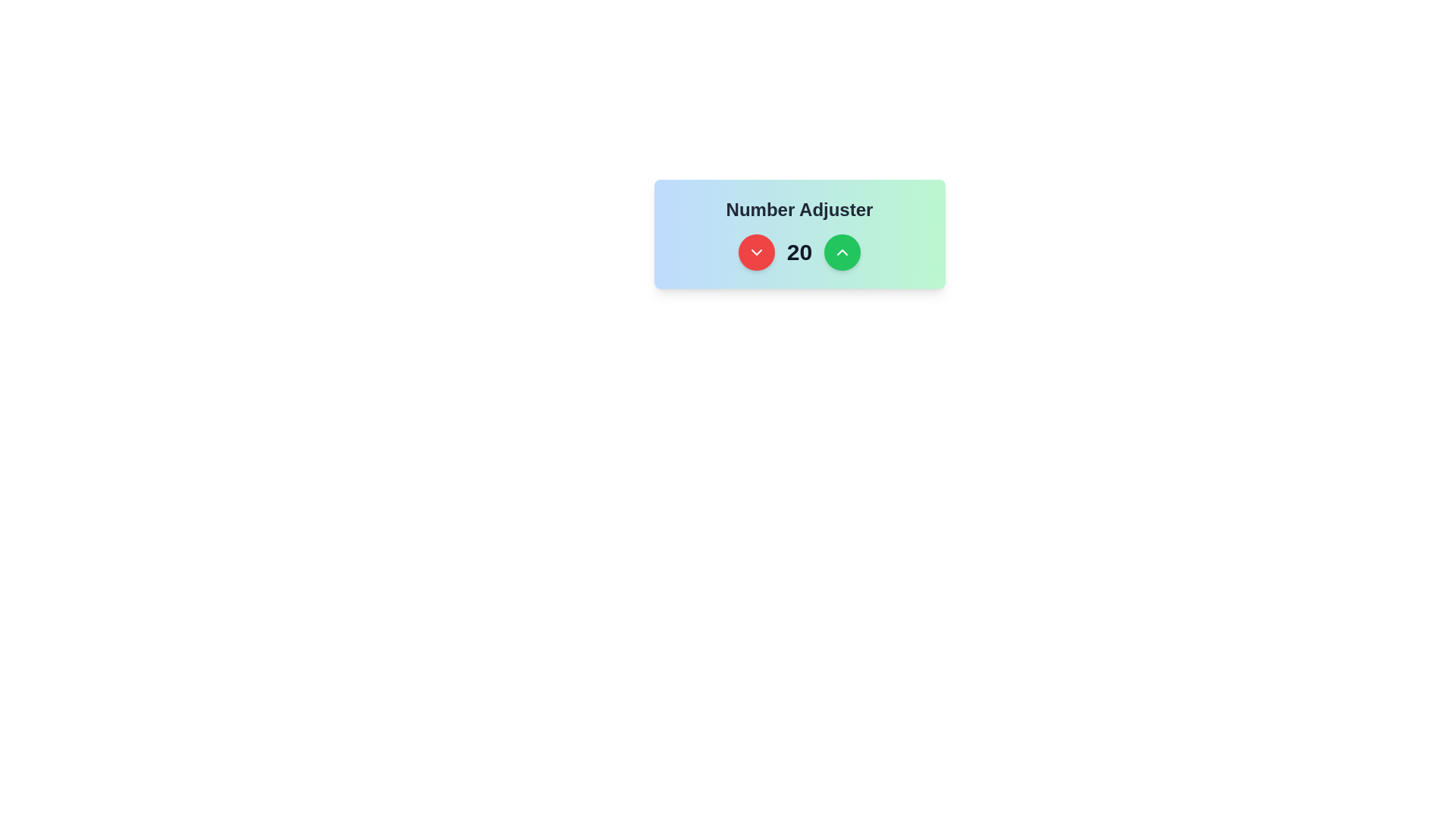 Image resolution: width=1456 pixels, height=819 pixels. Describe the element at coordinates (842, 251) in the screenshot. I see `the circular green button with a white upward arrow icon, which is the last element in a horizontal arrangement of buttons` at that location.